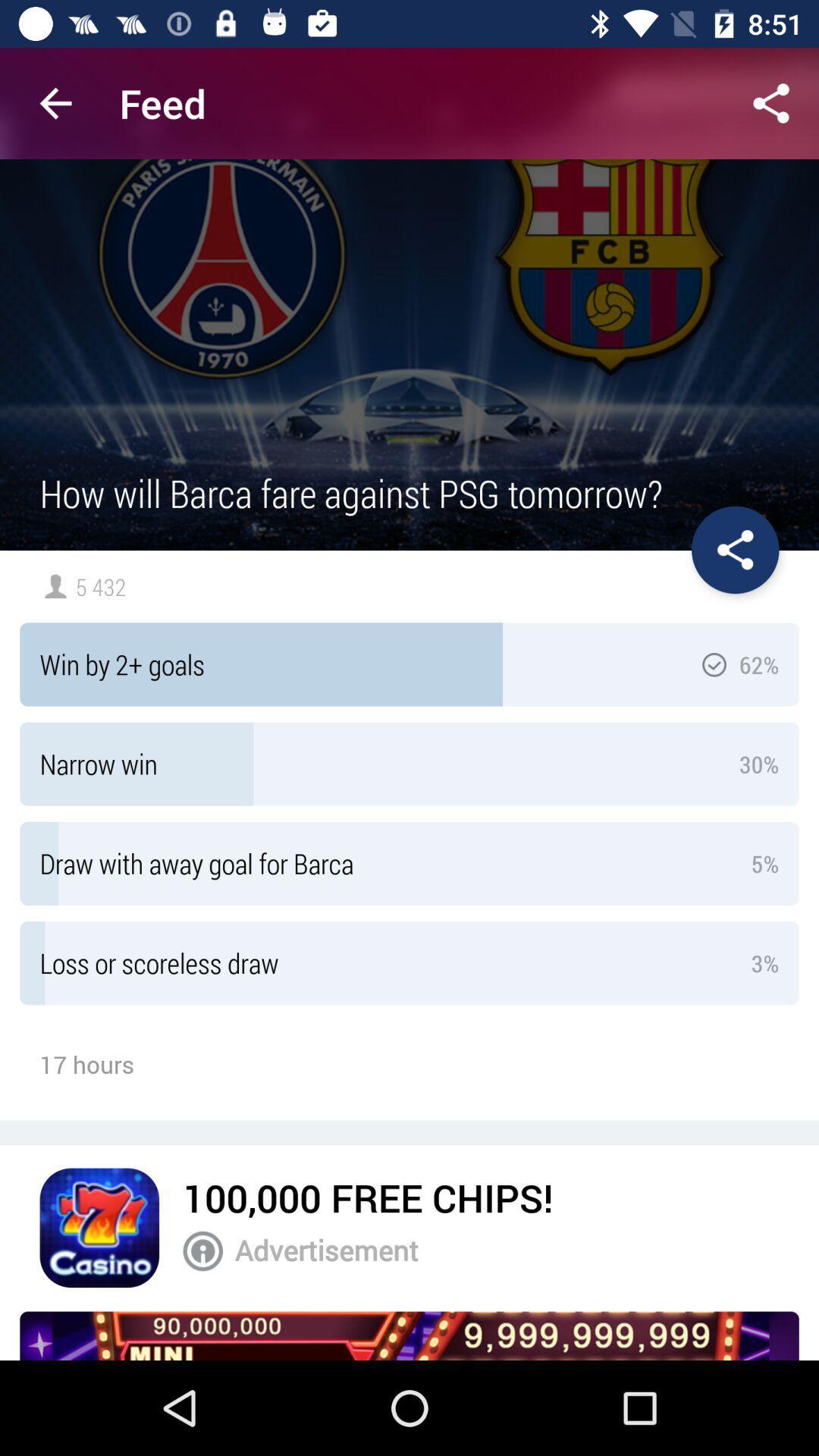  Describe the element at coordinates (202, 1251) in the screenshot. I see `notification of advertisement` at that location.